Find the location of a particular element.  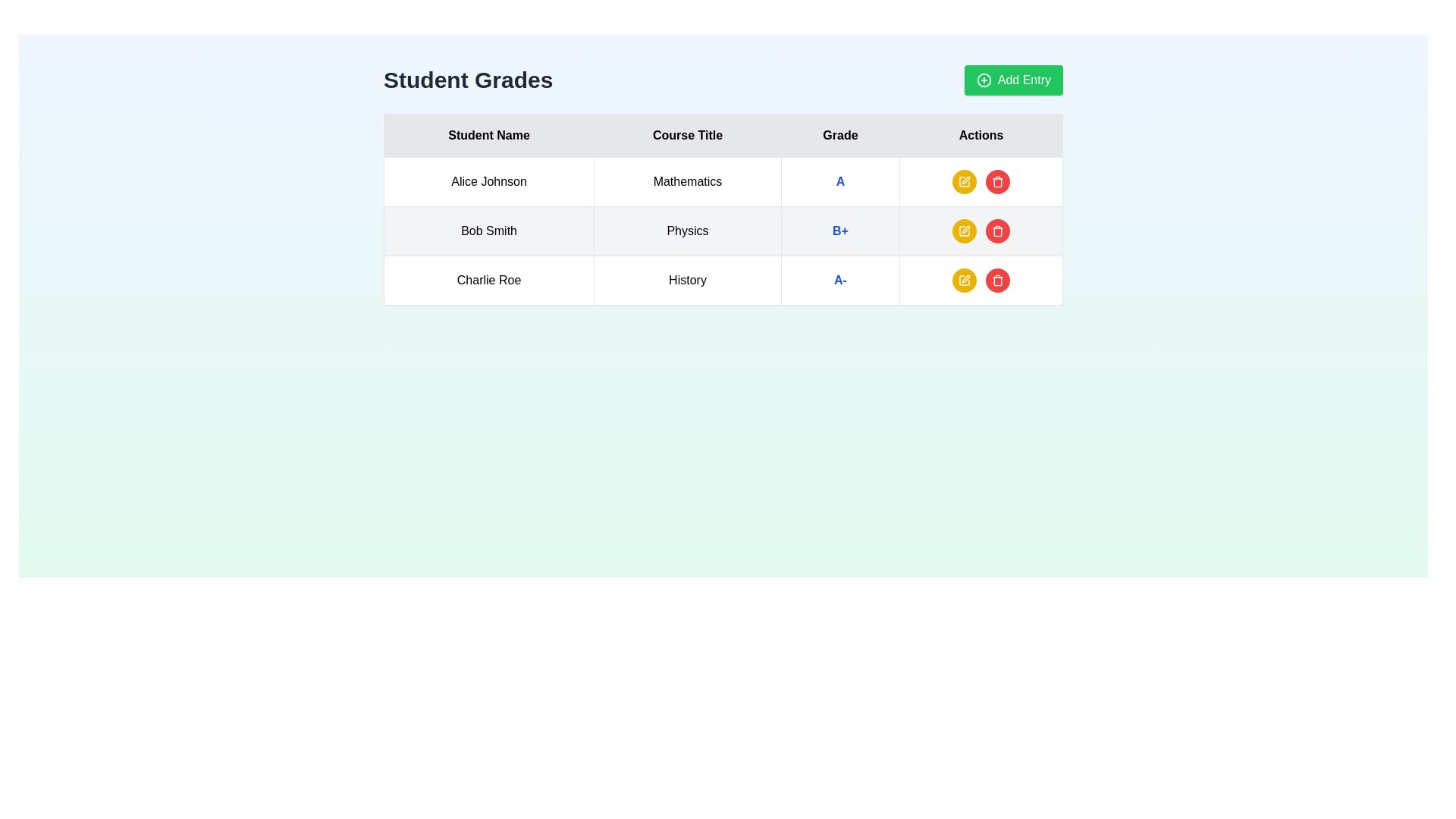

the edit button located to the right of the 'History' grade row in the 'Actions' column is located at coordinates (964, 281).